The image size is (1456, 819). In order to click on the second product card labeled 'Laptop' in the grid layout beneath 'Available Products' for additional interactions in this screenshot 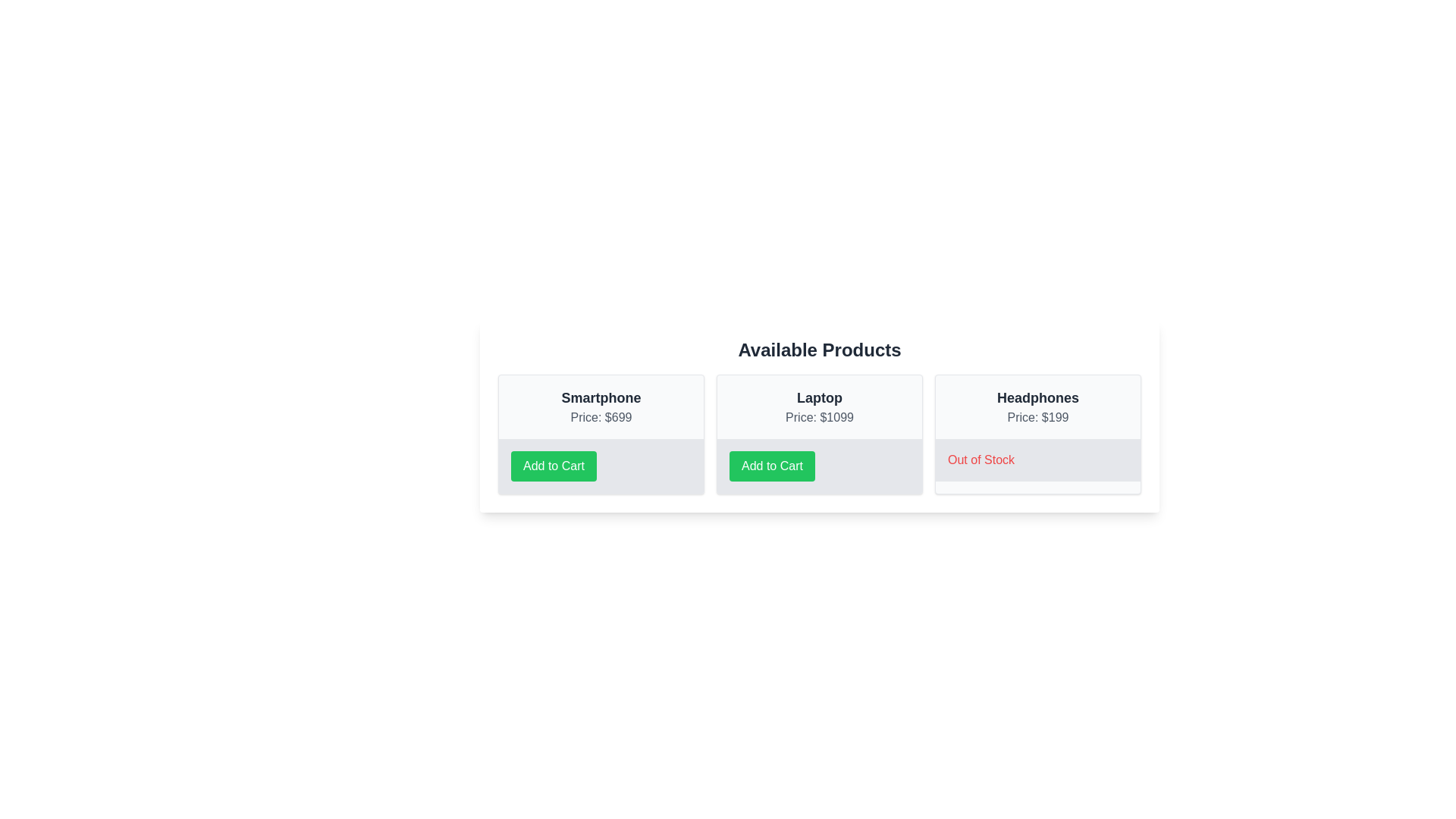, I will do `click(818, 435)`.